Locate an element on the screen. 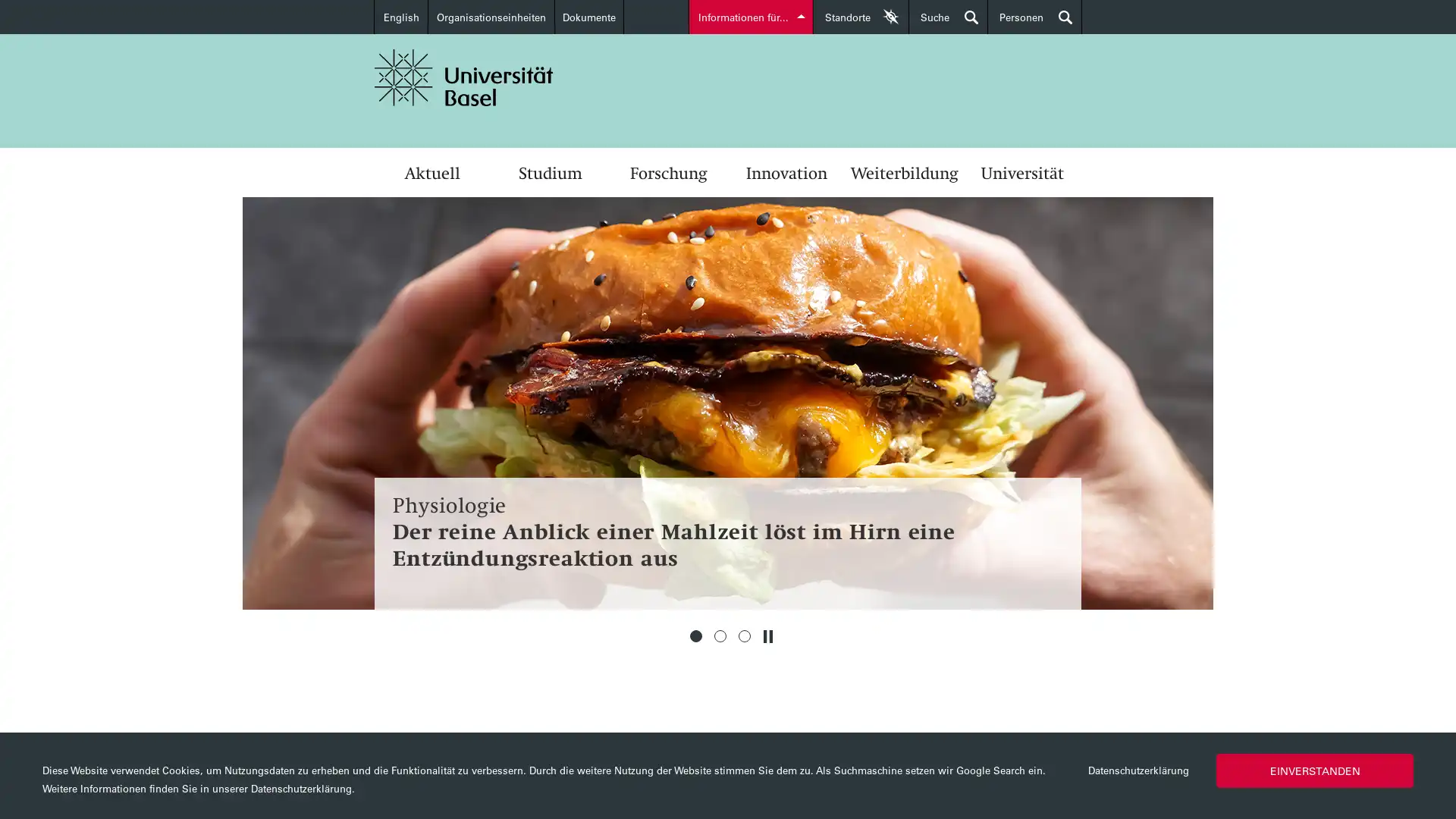 Image resolution: width=1456 pixels, height=819 pixels. 1 is located at coordinates (694, 636).